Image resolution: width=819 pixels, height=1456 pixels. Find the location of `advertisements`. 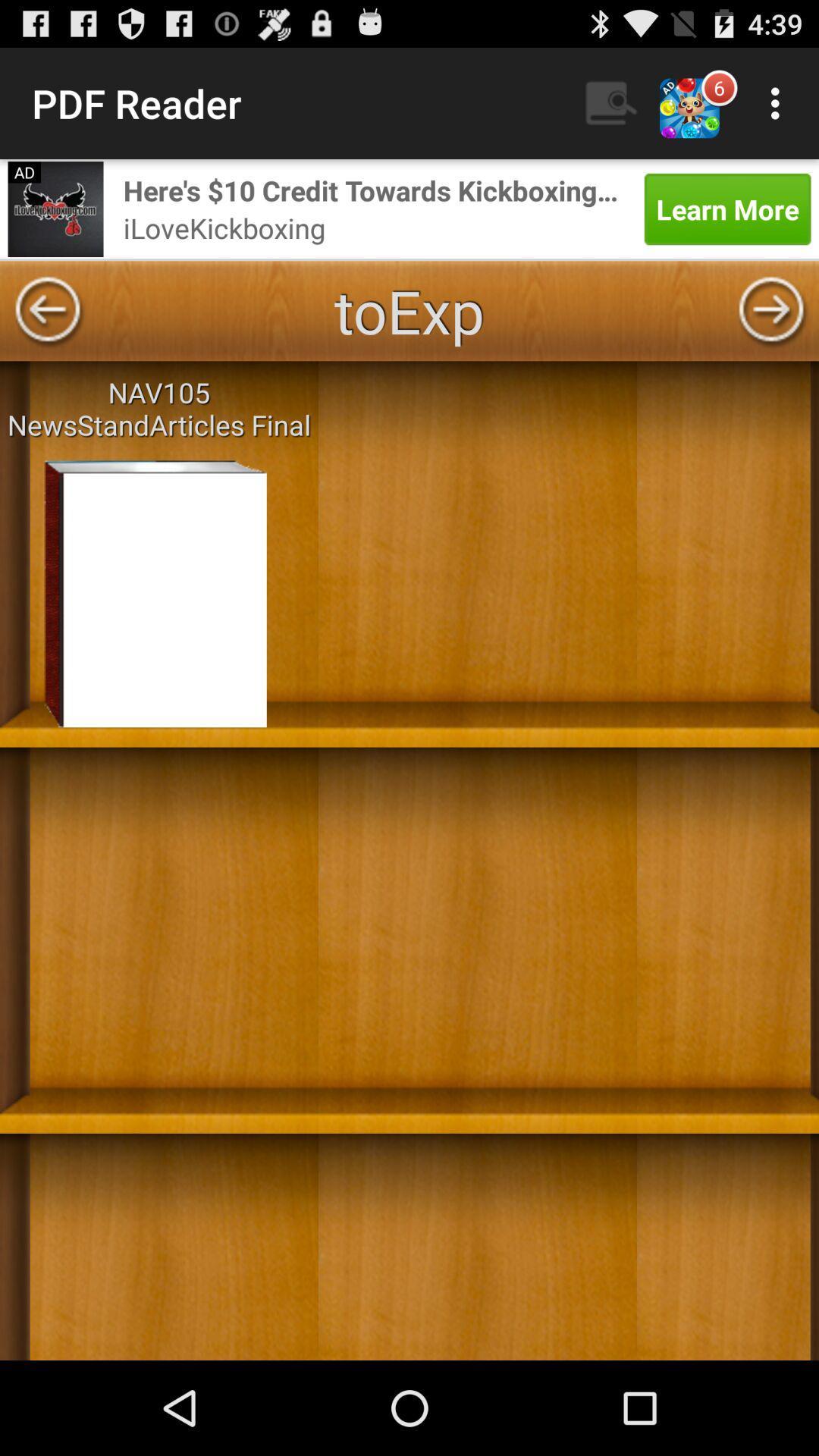

advertisements is located at coordinates (55, 208).